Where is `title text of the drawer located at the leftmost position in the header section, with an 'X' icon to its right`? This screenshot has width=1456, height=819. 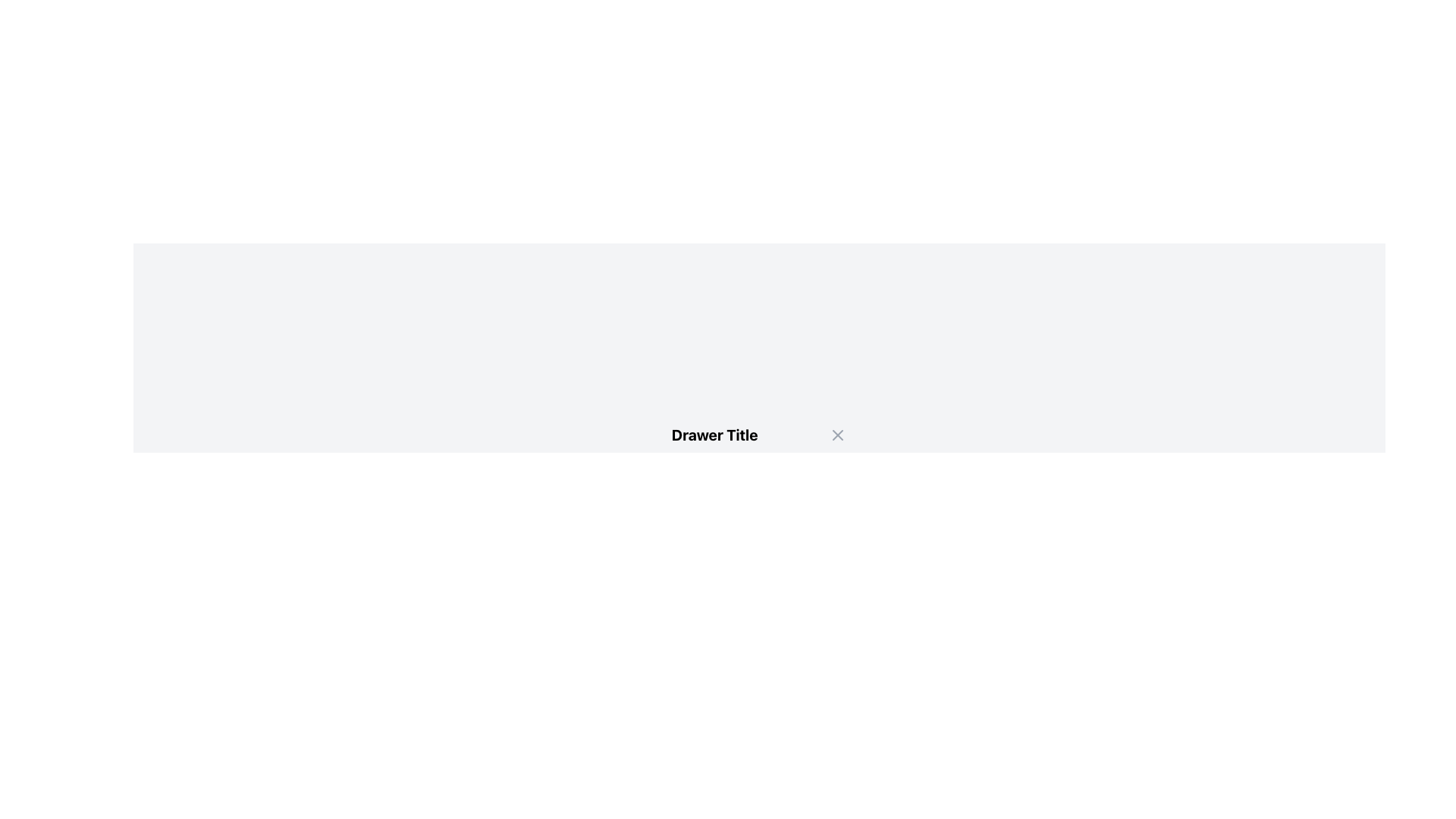
title text of the drawer located at the leftmost position in the header section, with an 'X' icon to its right is located at coordinates (714, 435).